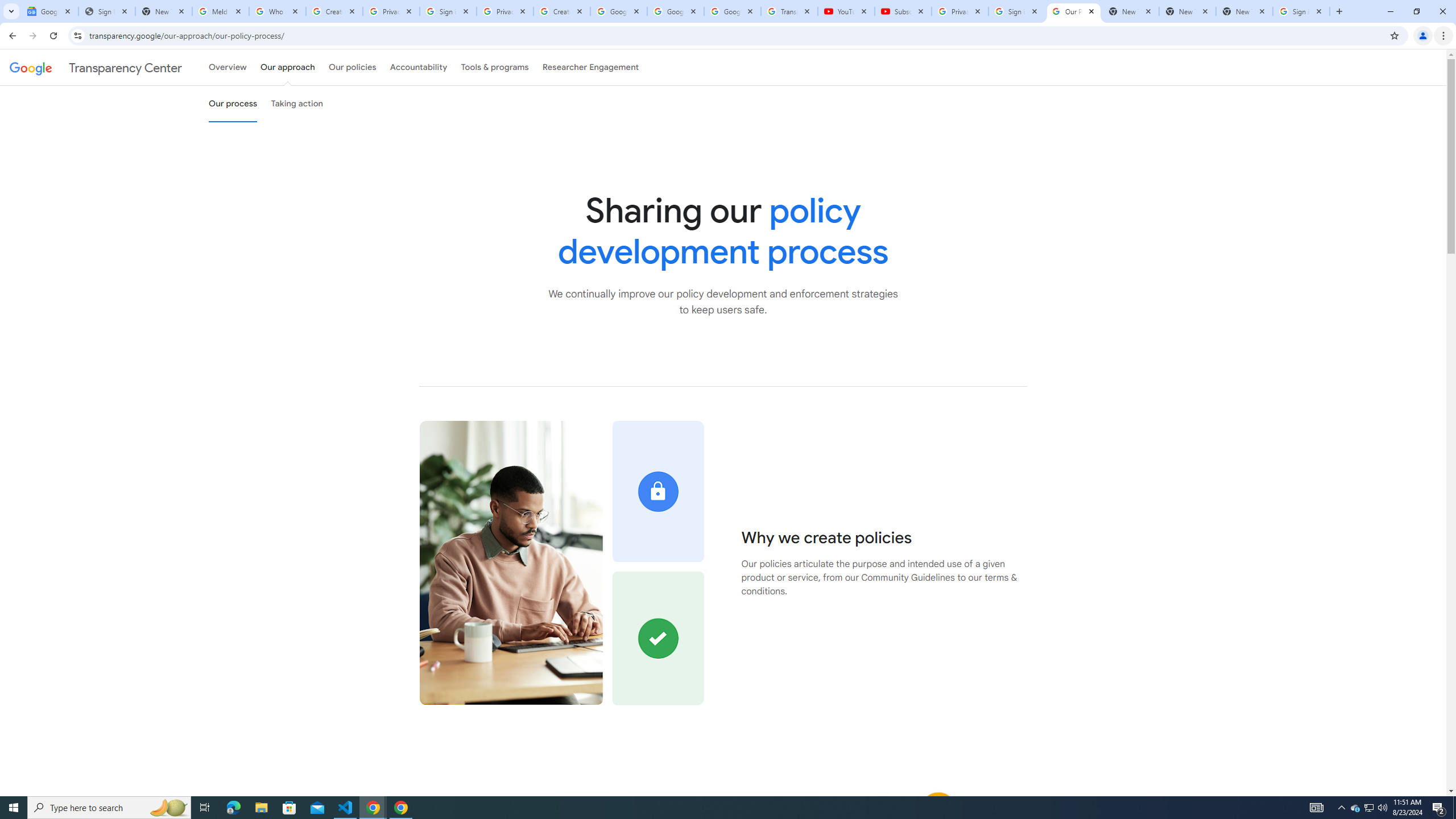 The image size is (1456, 819). What do you see at coordinates (287, 67) in the screenshot?
I see `'Our approach'` at bounding box center [287, 67].